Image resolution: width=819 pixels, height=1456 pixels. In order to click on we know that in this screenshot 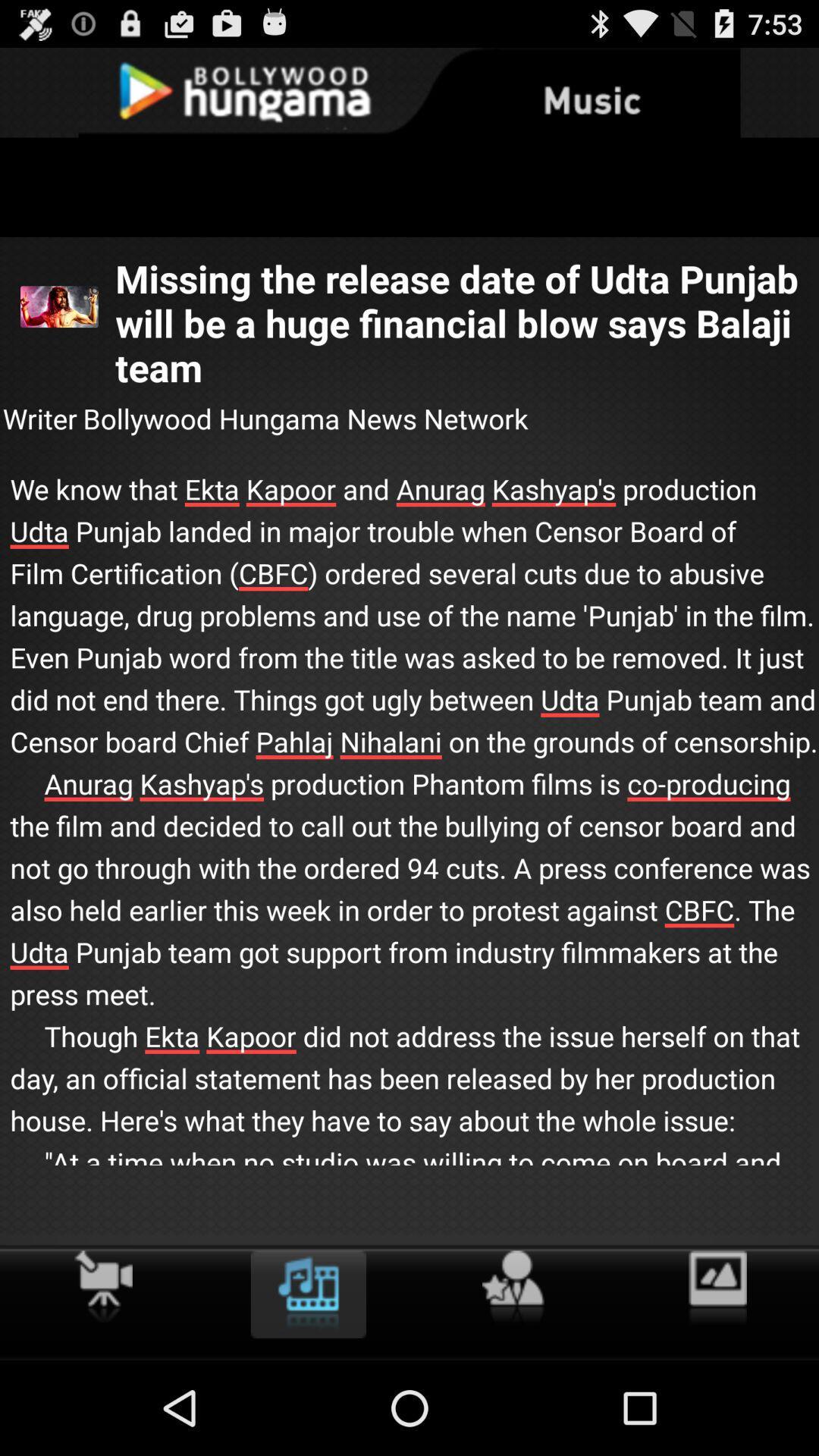, I will do `click(409, 842)`.